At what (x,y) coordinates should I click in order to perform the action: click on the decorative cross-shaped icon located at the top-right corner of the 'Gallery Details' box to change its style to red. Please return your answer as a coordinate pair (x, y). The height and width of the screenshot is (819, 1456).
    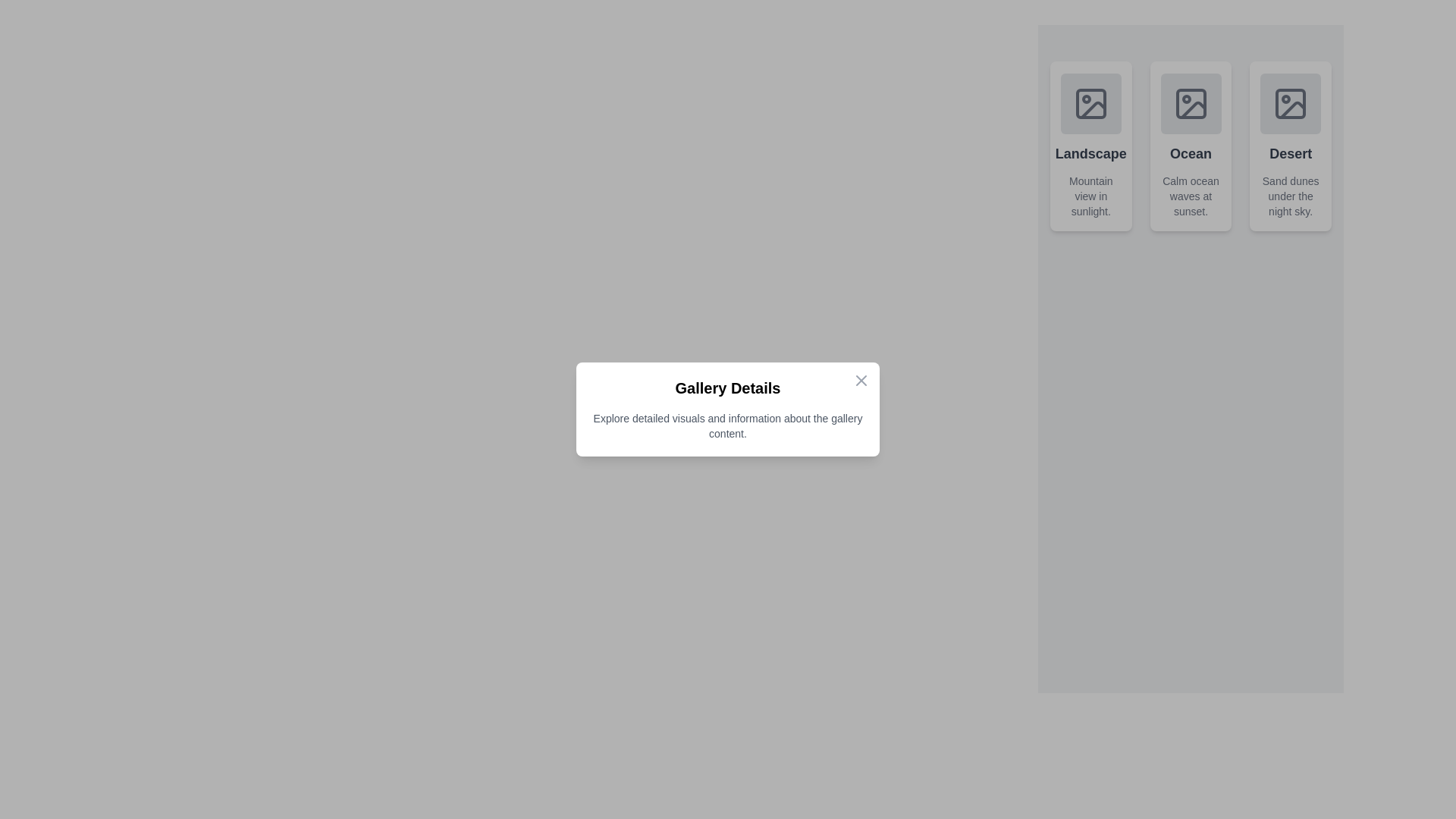
    Looking at the image, I should click on (861, 379).